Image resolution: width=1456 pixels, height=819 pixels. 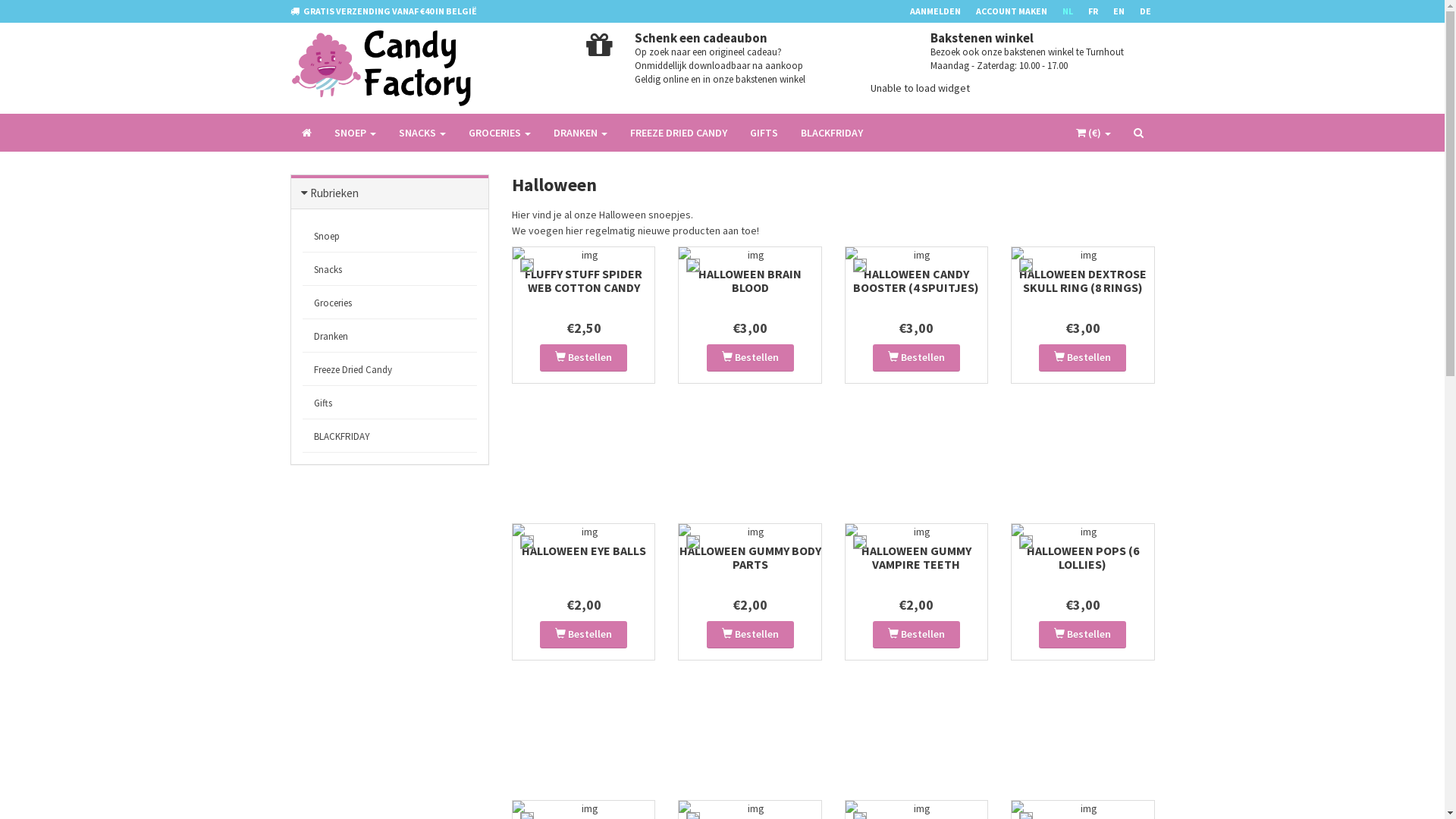 What do you see at coordinates (942, 11) in the screenshot?
I see `'AANMELDEN'` at bounding box center [942, 11].